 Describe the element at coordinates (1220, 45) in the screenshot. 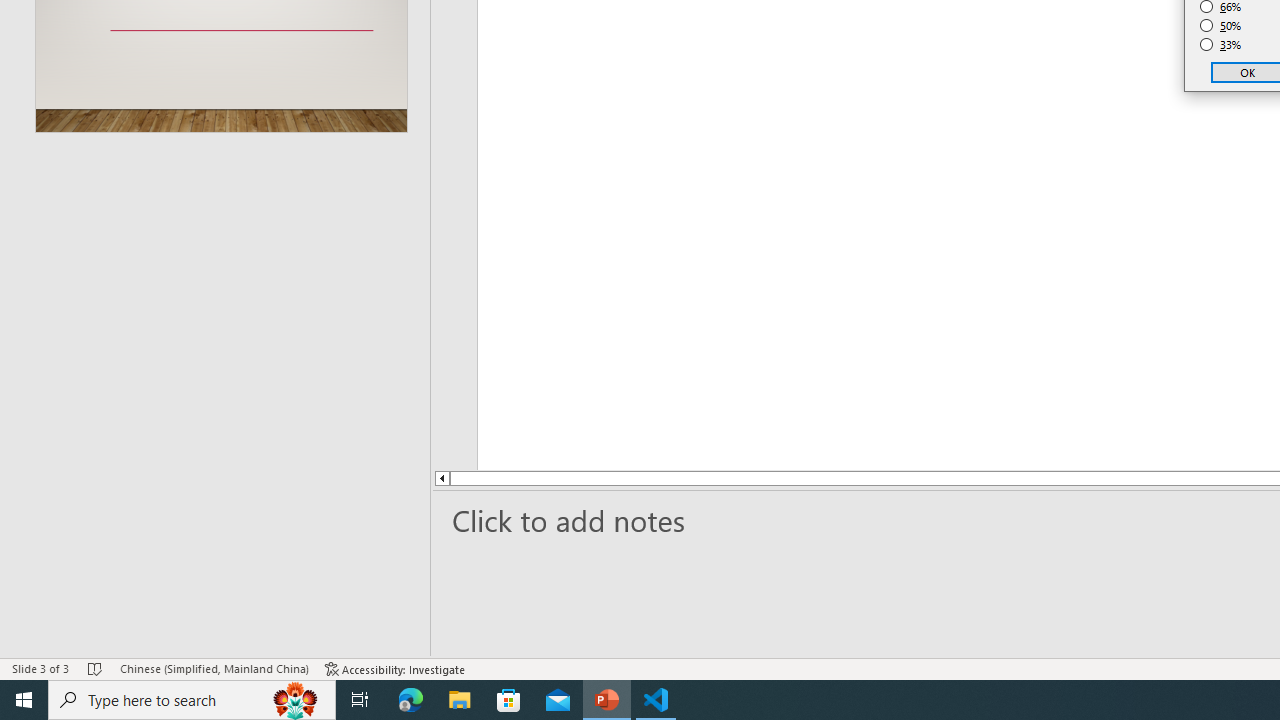

I see `'33%'` at that location.